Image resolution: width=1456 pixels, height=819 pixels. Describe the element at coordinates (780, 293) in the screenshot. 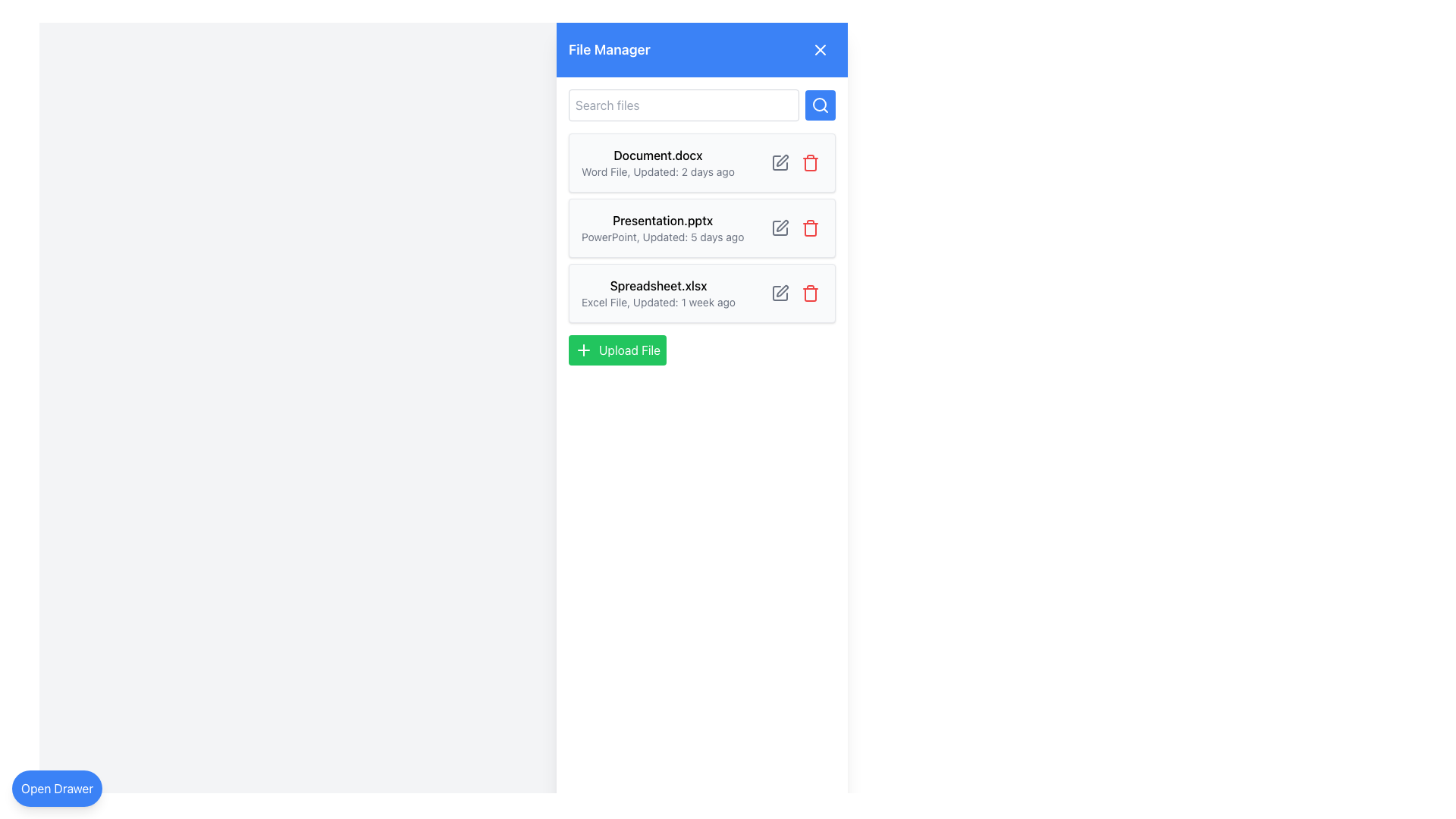

I see `the 'edit' button for the document 'Spreadsheet.xlsx', which is the third item in the list and is positioned to the left of the red trash icon` at that location.